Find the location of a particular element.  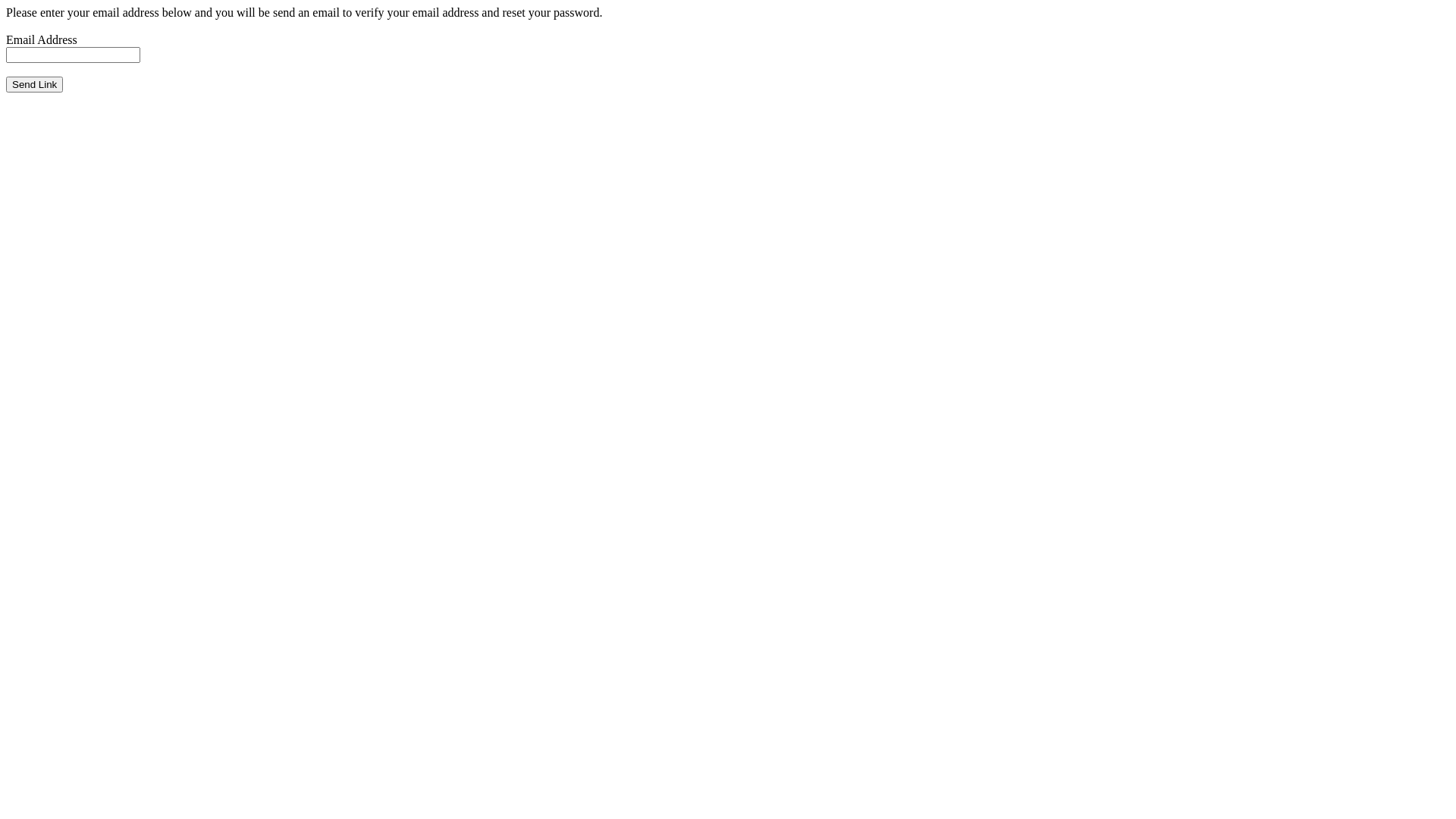

'Send Link' is located at coordinates (34, 84).